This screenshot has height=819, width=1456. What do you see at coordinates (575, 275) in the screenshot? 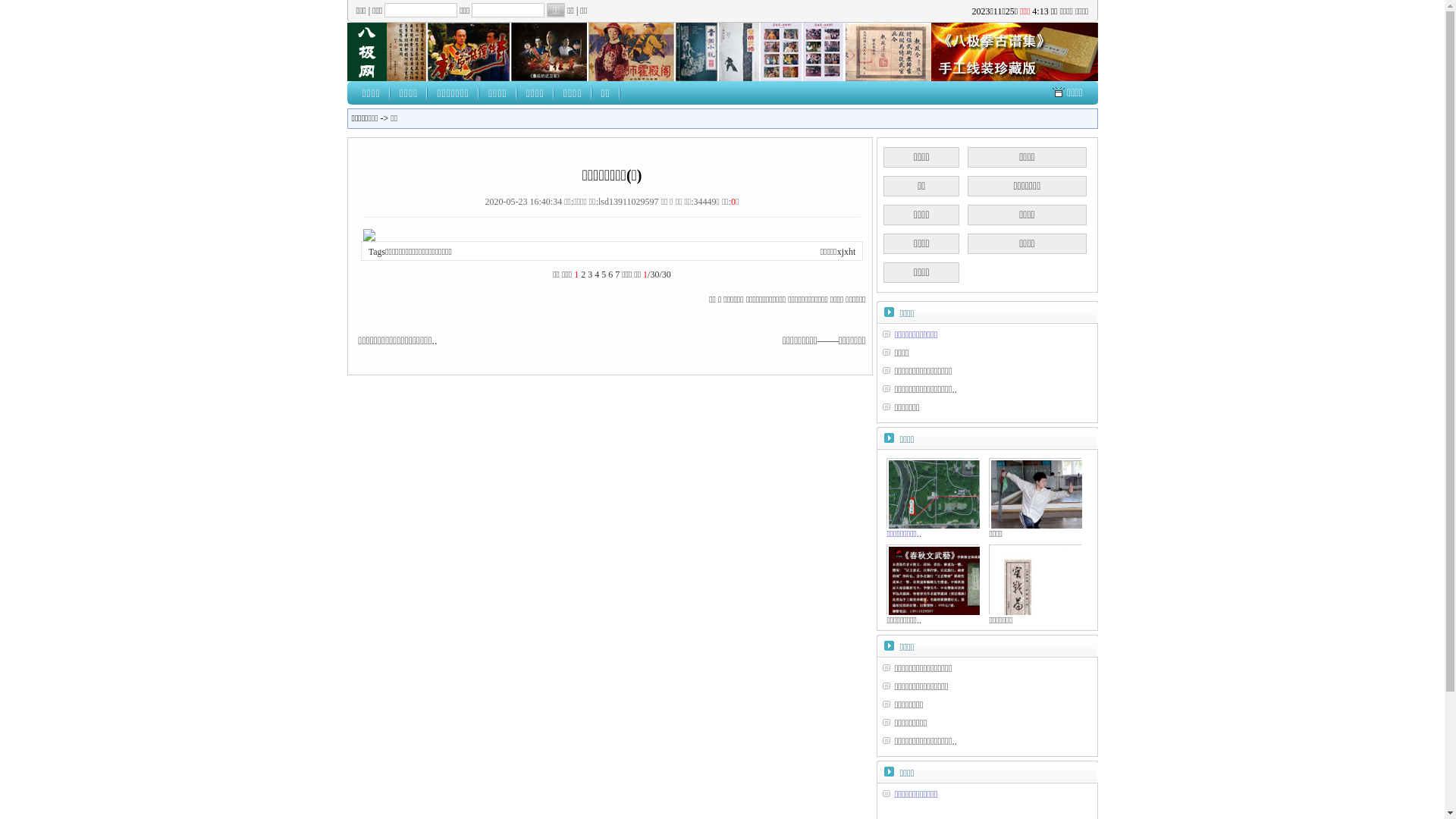
I see `'1'` at bounding box center [575, 275].